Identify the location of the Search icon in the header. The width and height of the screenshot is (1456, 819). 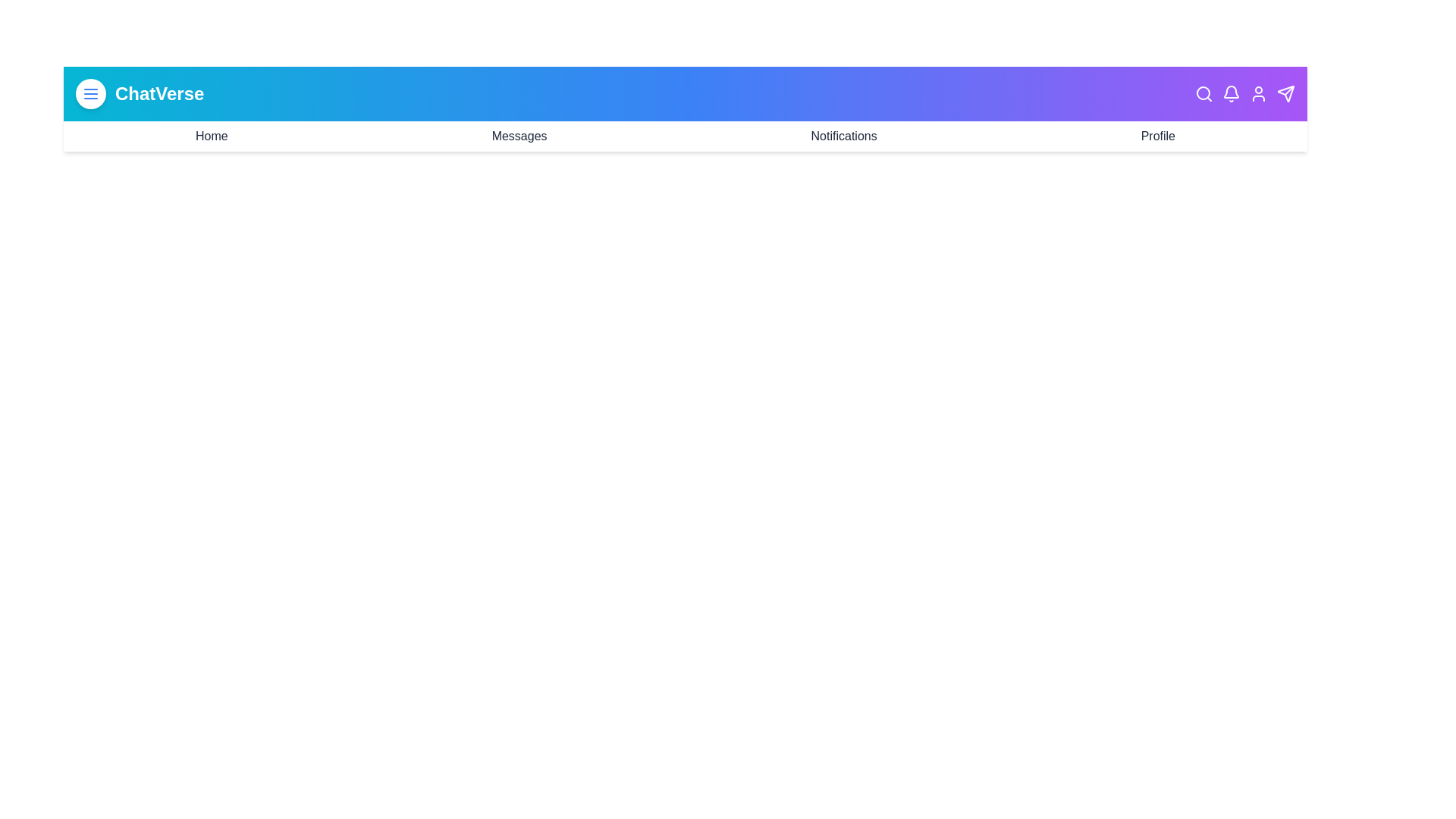
(1203, 93).